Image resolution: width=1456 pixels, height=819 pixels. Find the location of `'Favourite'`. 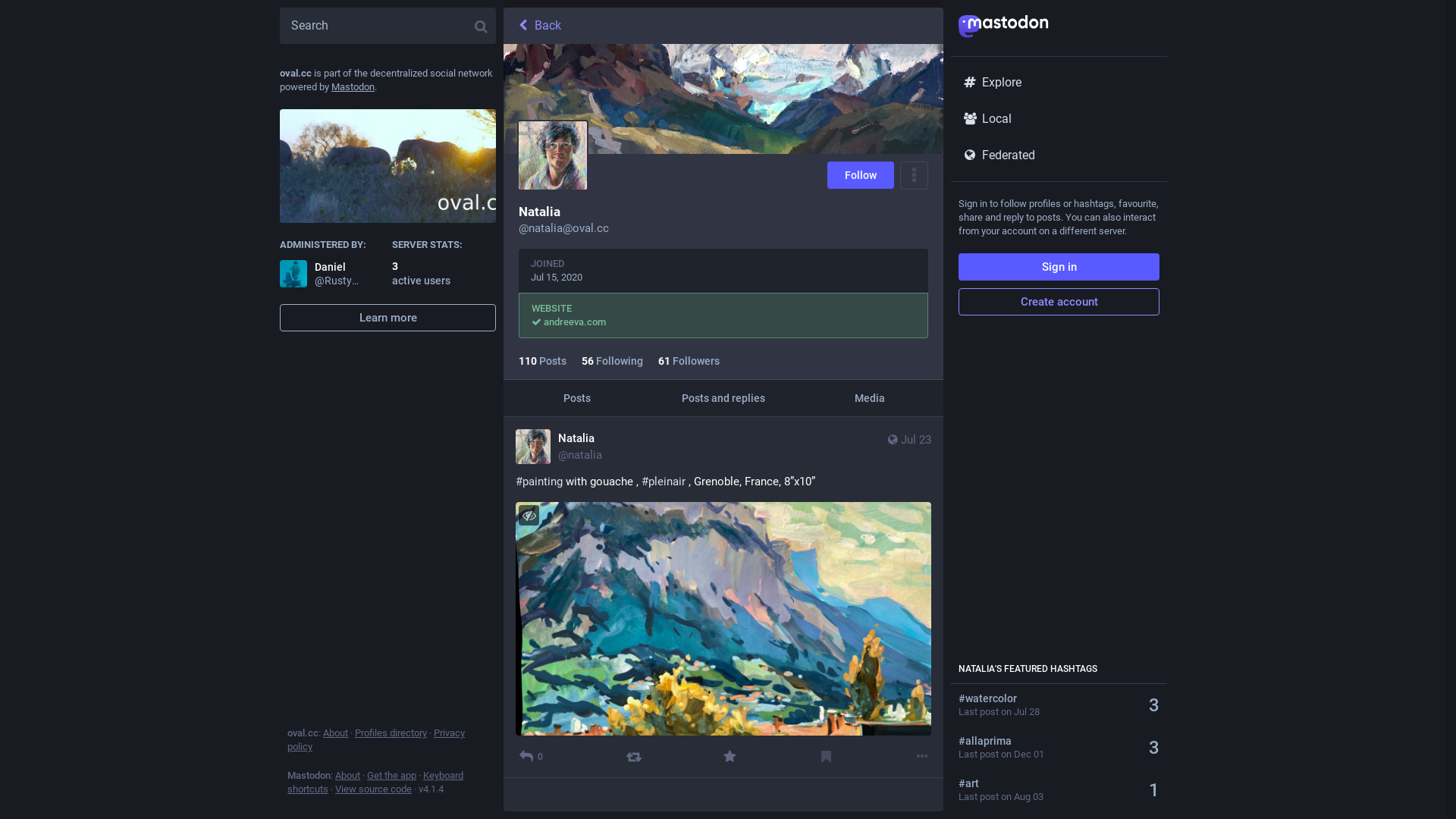

'Favourite' is located at coordinates (730, 756).